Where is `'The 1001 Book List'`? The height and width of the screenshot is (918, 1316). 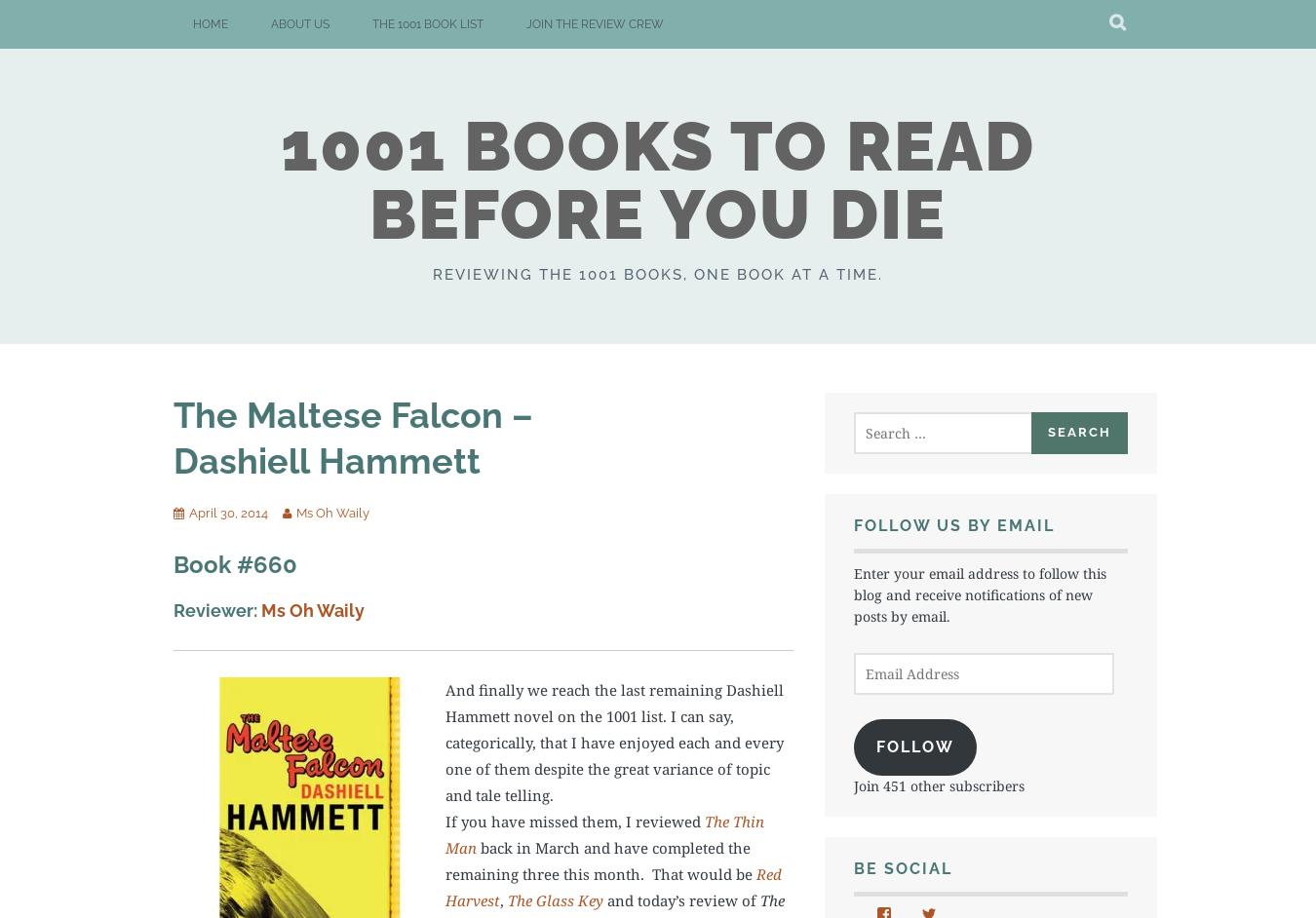 'The 1001 Book List' is located at coordinates (428, 23).